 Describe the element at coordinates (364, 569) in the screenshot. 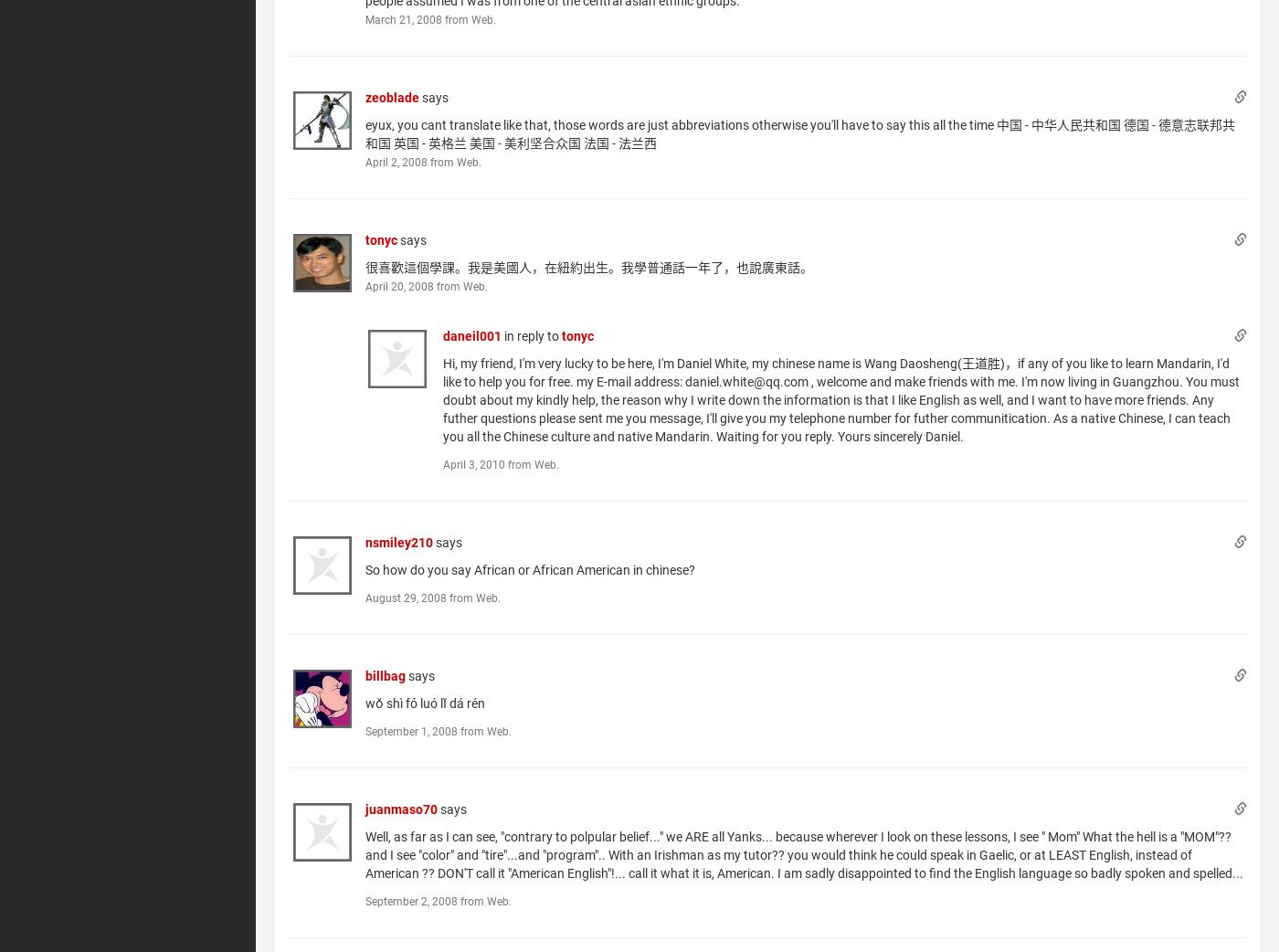

I see `'So how do you say African or African American in chinese?'` at that location.